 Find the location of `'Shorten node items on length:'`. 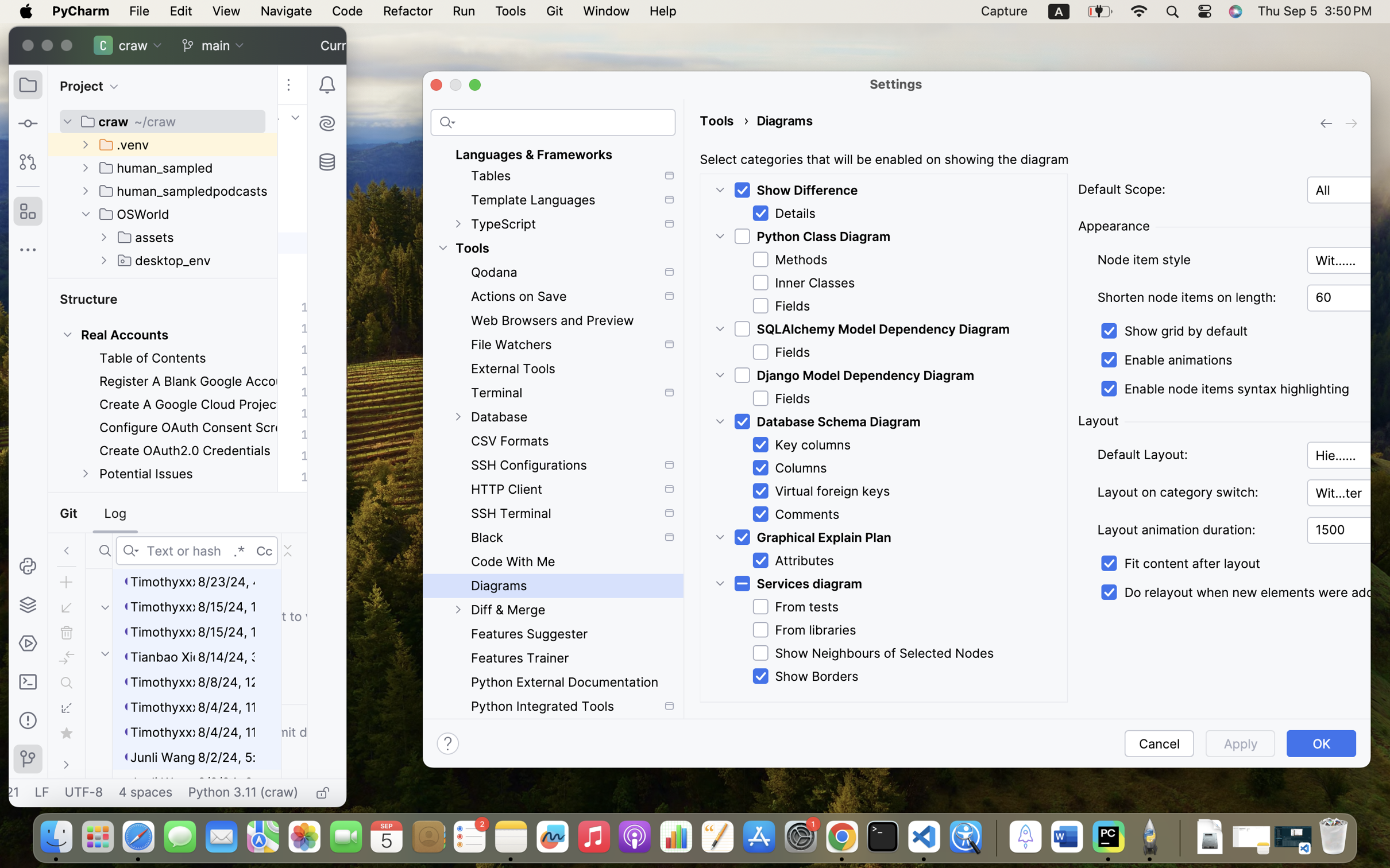

'Shorten node items on length:' is located at coordinates (1195, 297).